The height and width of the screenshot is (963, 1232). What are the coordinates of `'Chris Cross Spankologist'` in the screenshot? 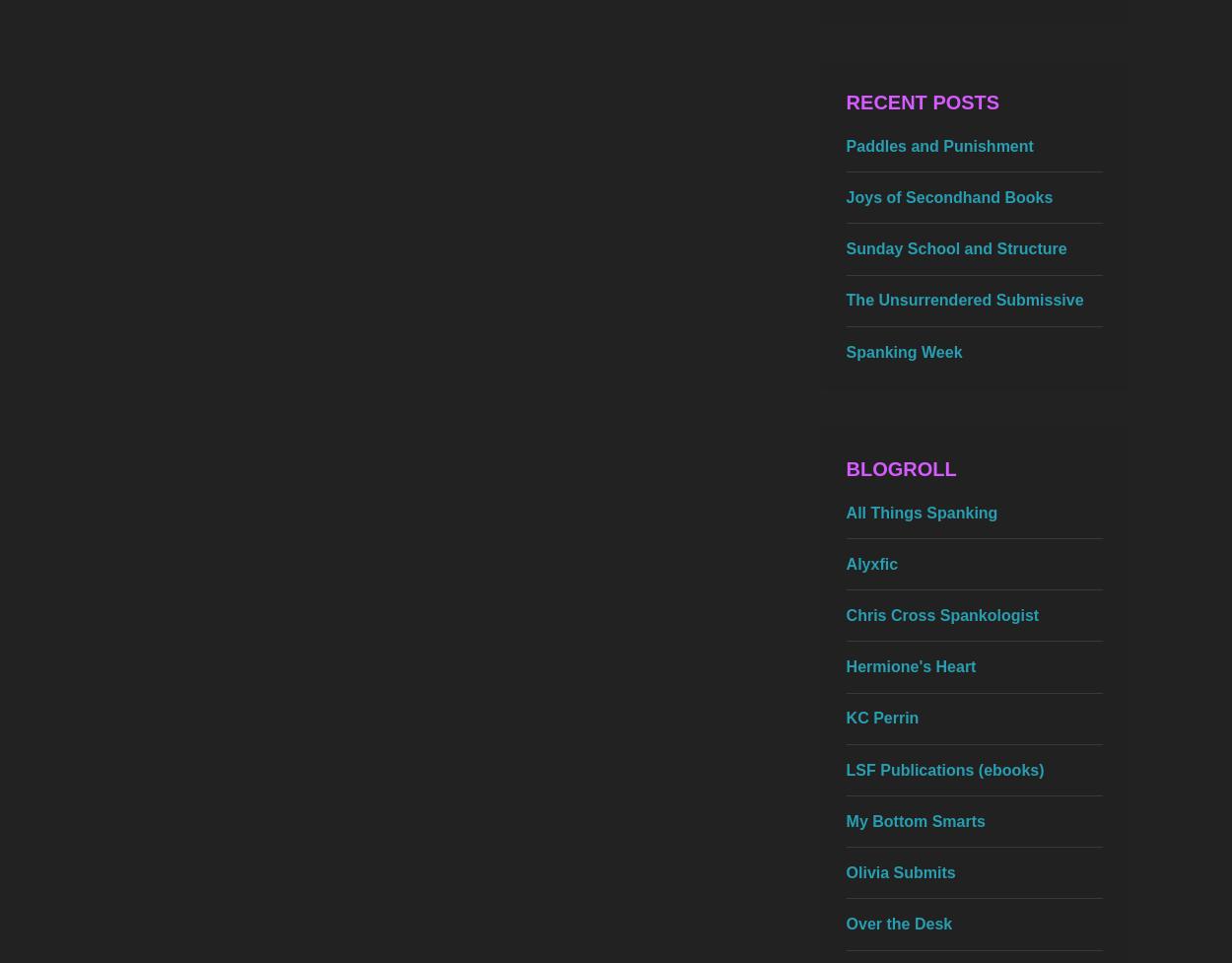 It's located at (941, 614).